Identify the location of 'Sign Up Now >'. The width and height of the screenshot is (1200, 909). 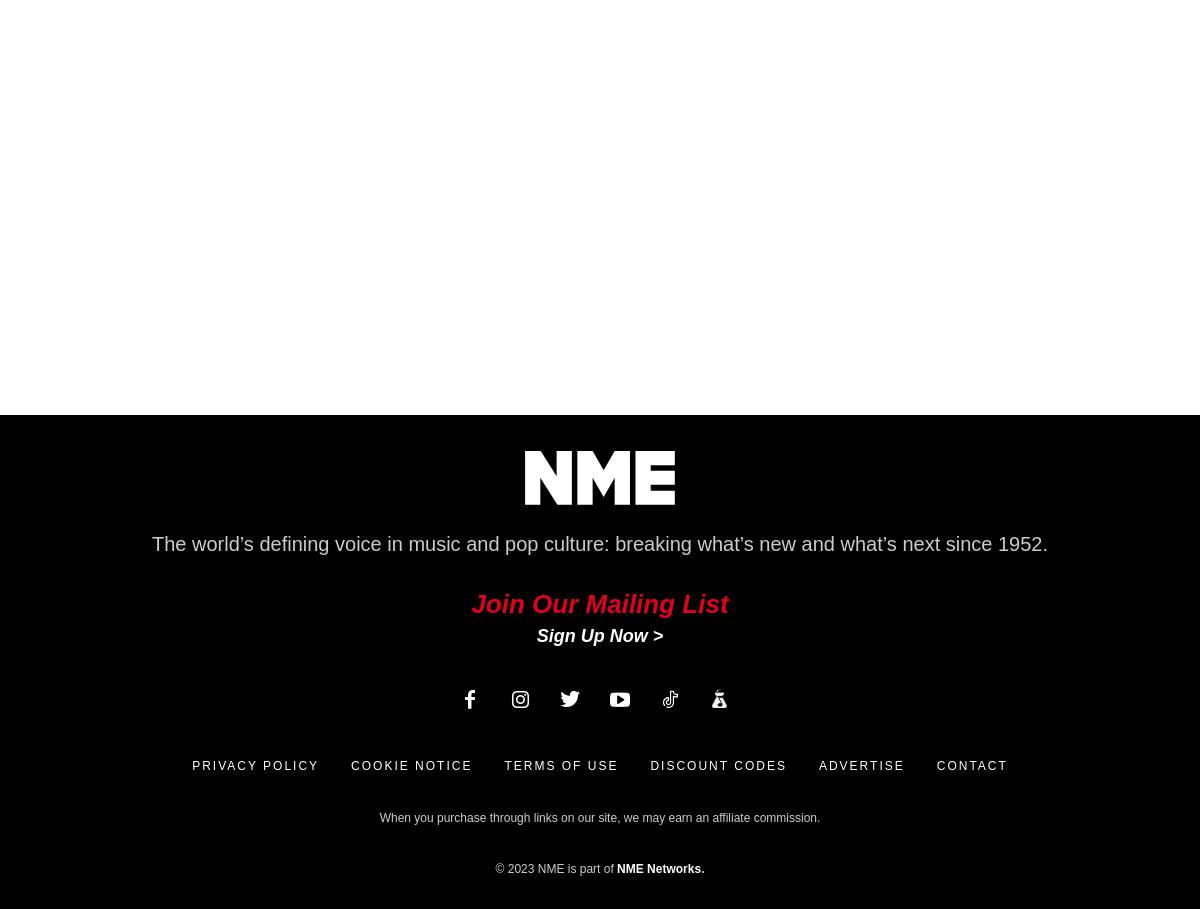
(598, 634).